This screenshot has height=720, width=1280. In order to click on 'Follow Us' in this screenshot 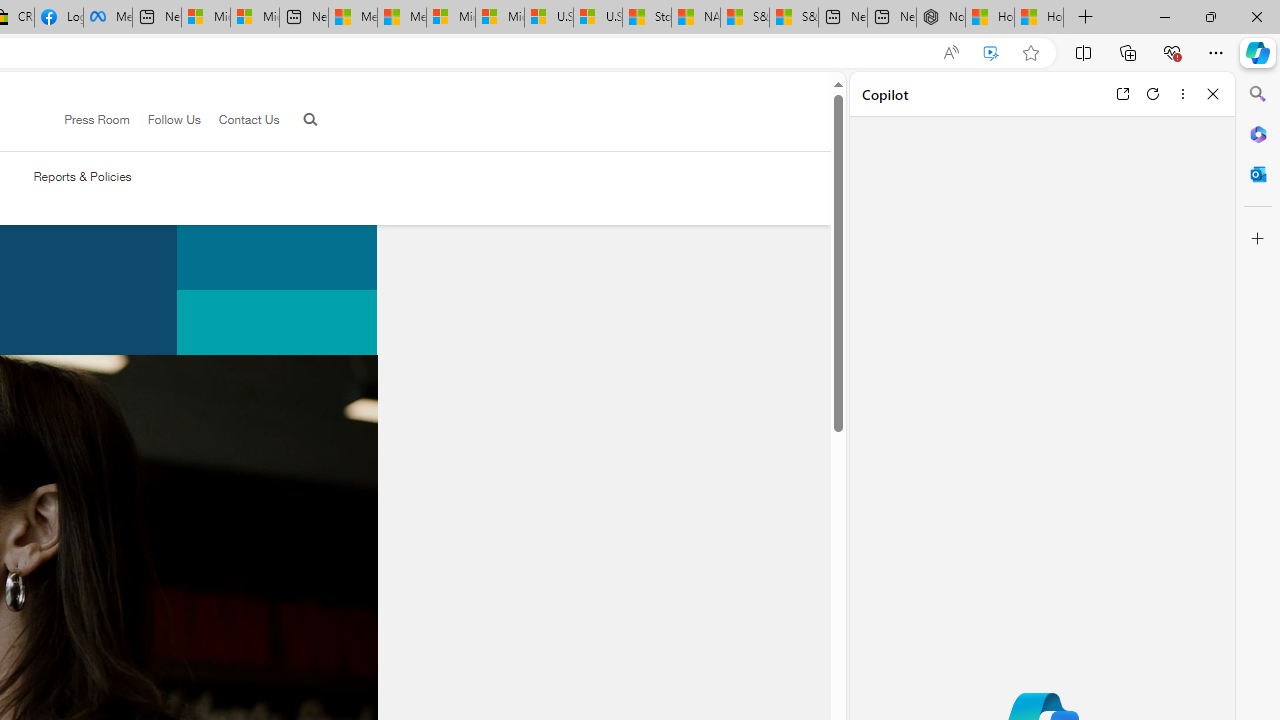, I will do `click(174, 119)`.